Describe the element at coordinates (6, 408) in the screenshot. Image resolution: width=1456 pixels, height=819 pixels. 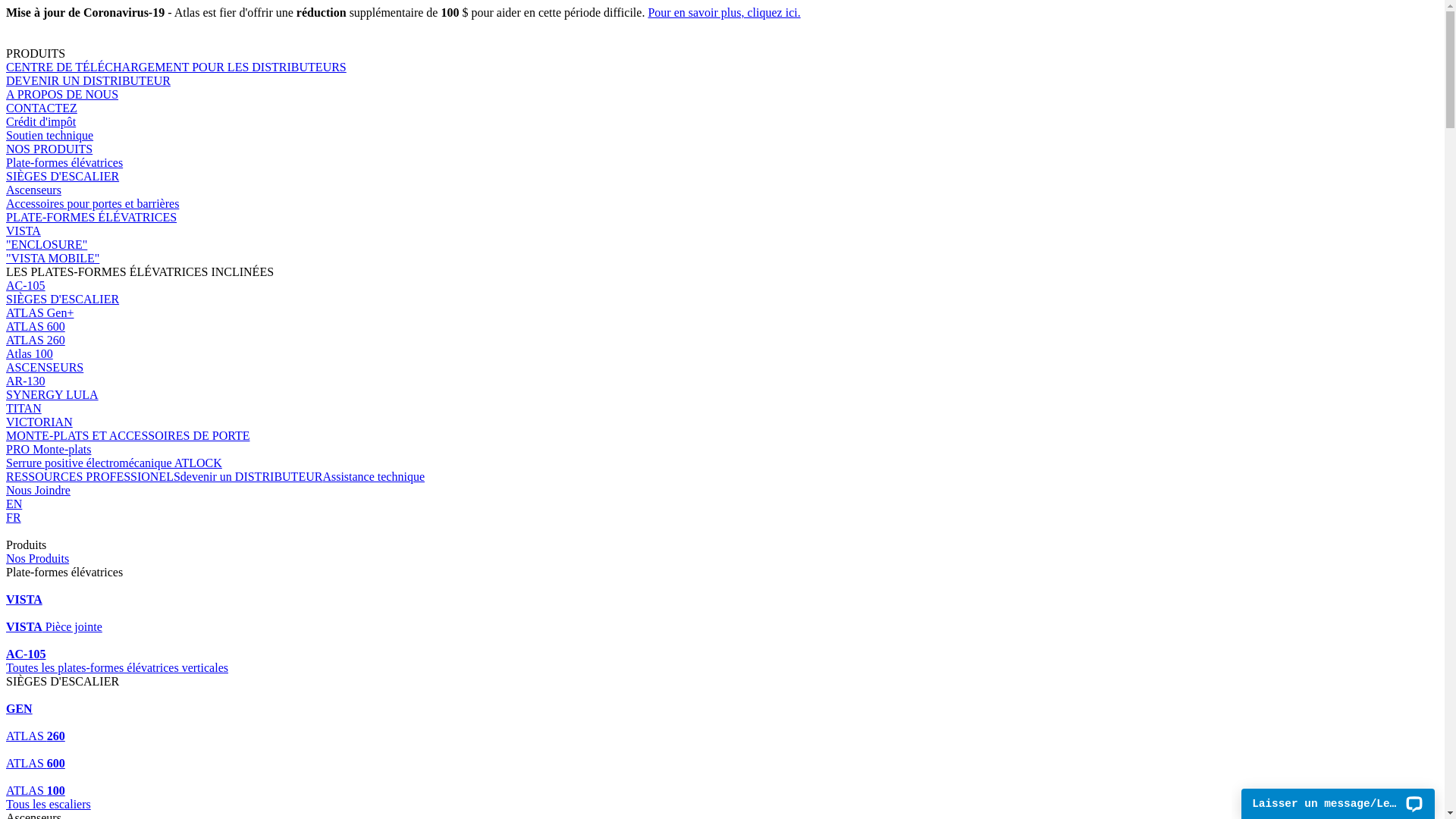
I see `'TITAN'` at that location.